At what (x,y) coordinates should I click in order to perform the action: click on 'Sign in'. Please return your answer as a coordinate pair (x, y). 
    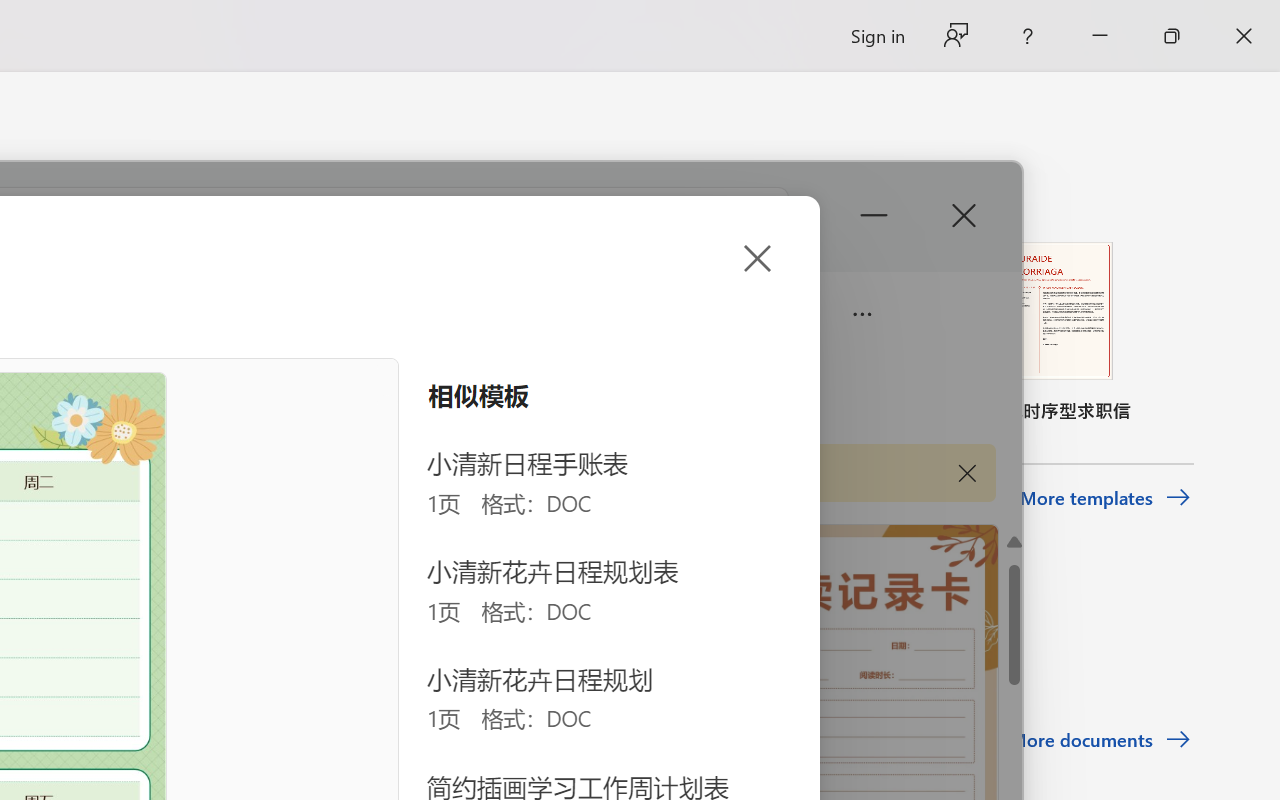
    Looking at the image, I should click on (876, 34).